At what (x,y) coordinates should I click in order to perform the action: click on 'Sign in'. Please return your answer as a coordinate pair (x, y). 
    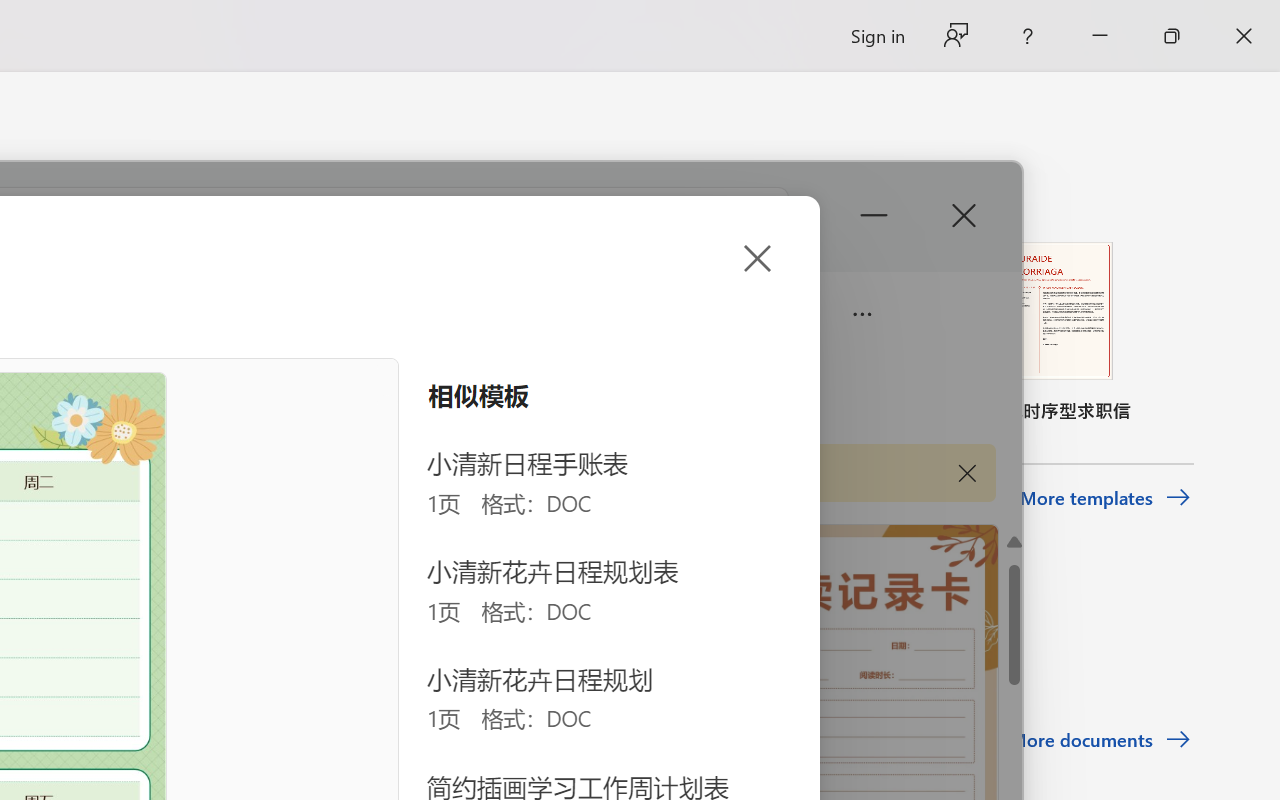
    Looking at the image, I should click on (876, 34).